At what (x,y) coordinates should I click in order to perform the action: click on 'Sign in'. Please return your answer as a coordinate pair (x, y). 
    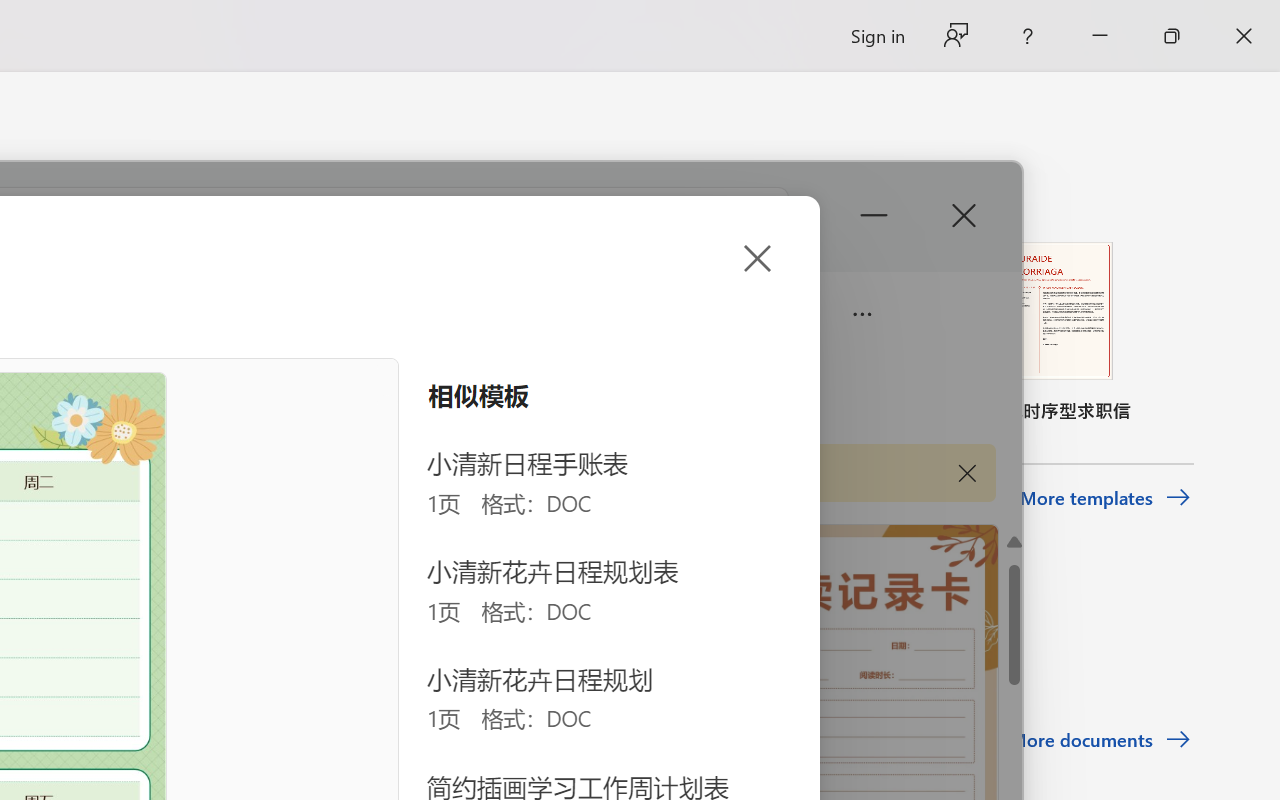
    Looking at the image, I should click on (876, 34).